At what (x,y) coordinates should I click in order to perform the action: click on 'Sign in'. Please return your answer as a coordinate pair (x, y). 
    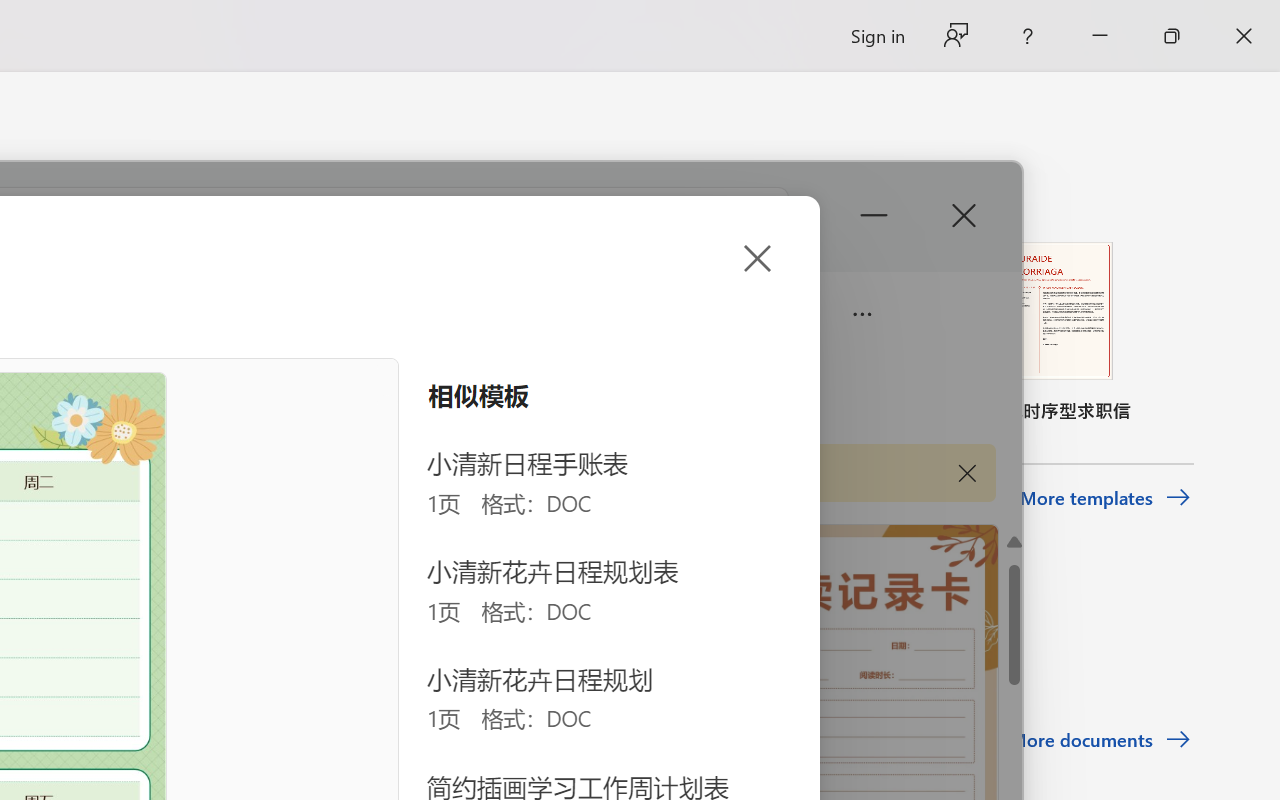
    Looking at the image, I should click on (876, 34).